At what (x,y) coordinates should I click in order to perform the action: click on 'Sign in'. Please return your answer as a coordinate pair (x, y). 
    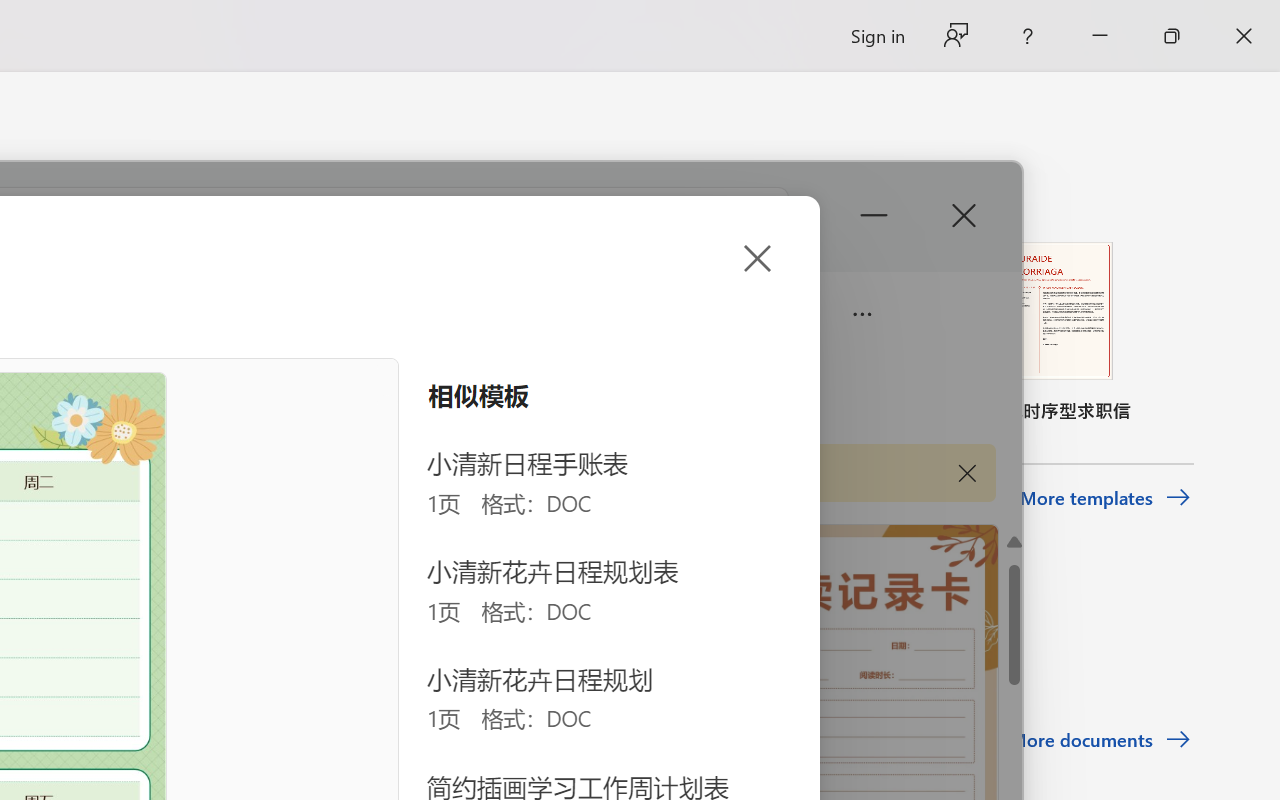
    Looking at the image, I should click on (876, 34).